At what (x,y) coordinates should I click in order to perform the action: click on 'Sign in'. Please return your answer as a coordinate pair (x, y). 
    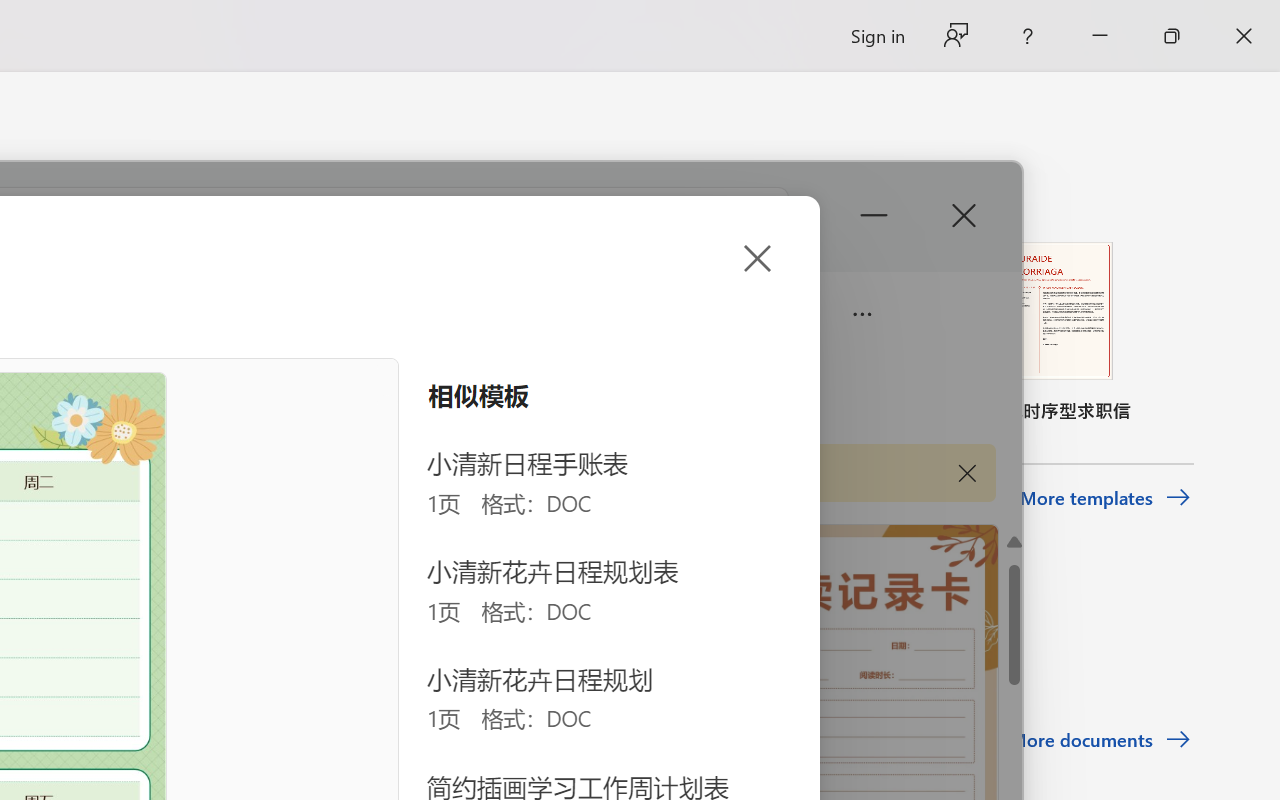
    Looking at the image, I should click on (876, 34).